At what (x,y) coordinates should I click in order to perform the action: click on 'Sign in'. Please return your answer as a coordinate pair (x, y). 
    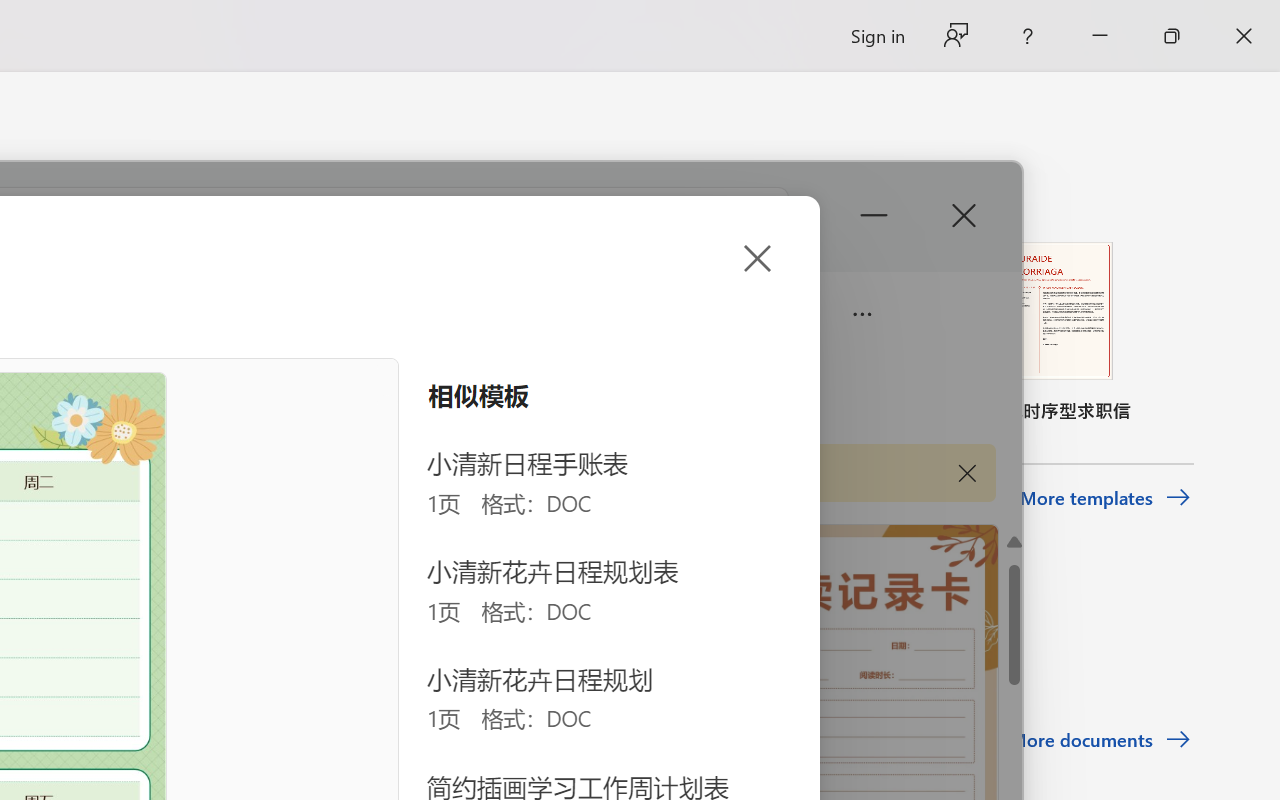
    Looking at the image, I should click on (876, 34).